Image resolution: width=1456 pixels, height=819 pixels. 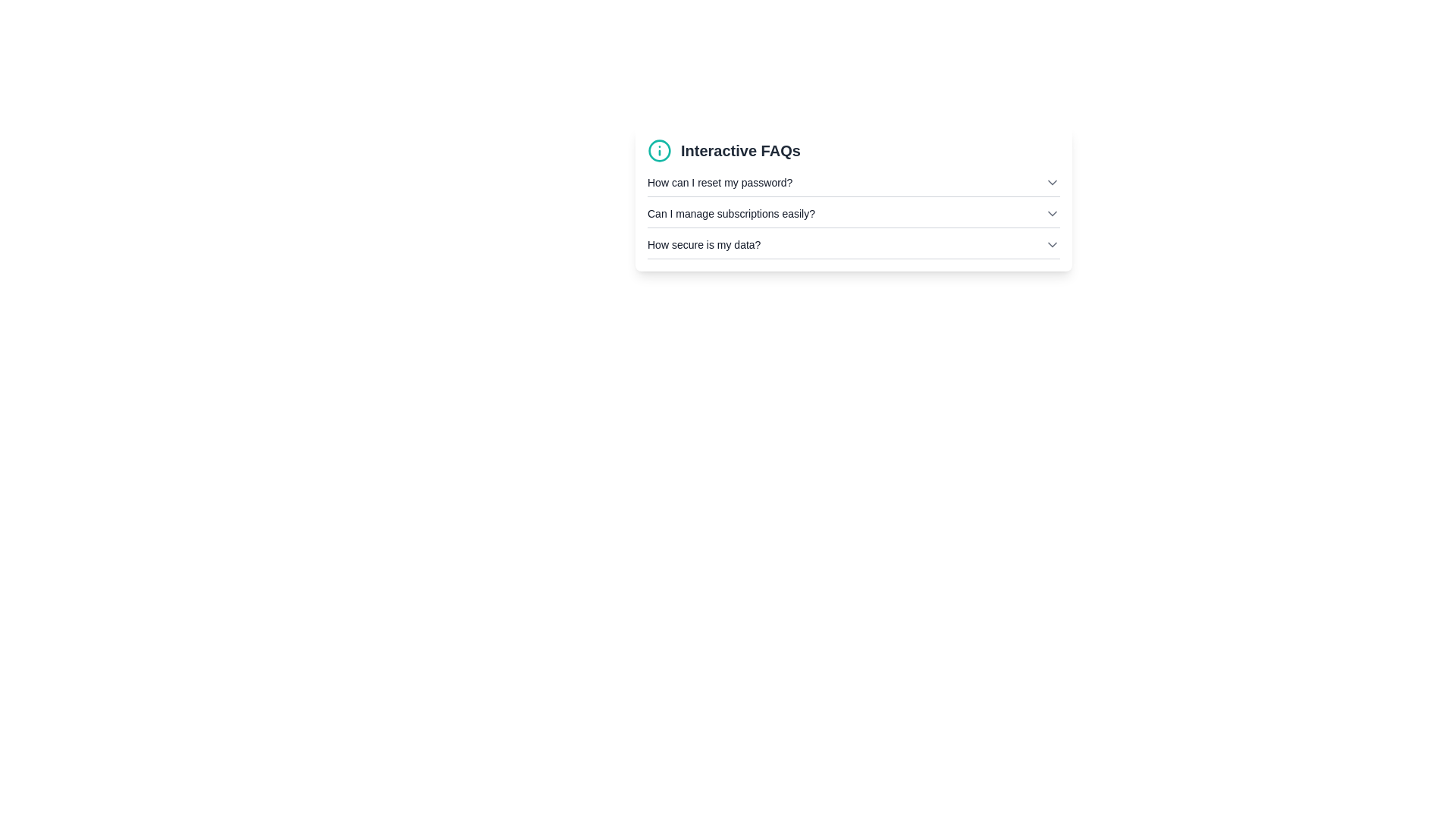 What do you see at coordinates (854, 244) in the screenshot?
I see `the dropdown toggle option labeled 'How secure is my data?'` at bounding box center [854, 244].